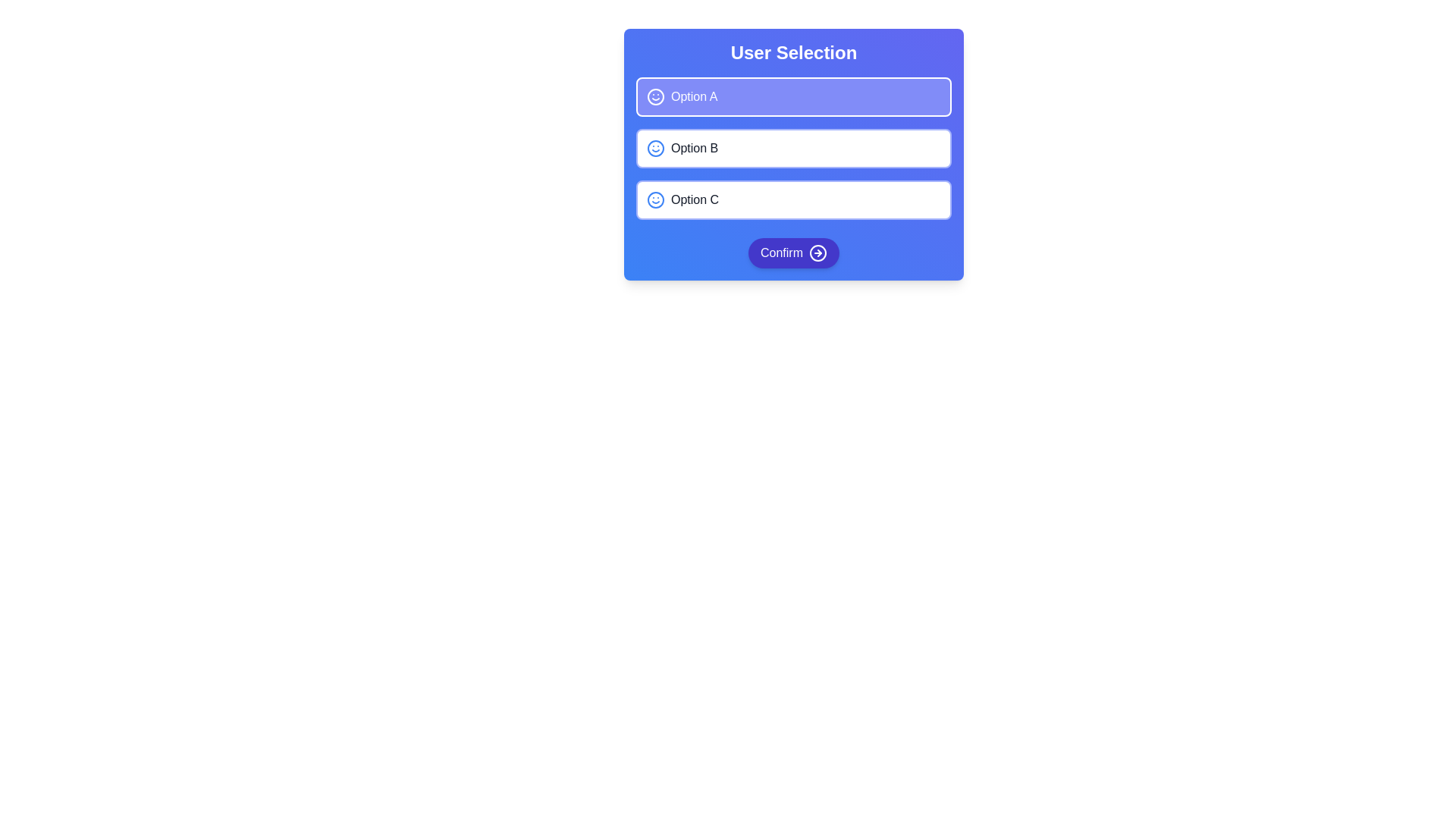 The image size is (1456, 819). What do you see at coordinates (792, 52) in the screenshot?
I see `the title text located at the top of the card, which serves as a heading for the options and confirm button below it` at bounding box center [792, 52].